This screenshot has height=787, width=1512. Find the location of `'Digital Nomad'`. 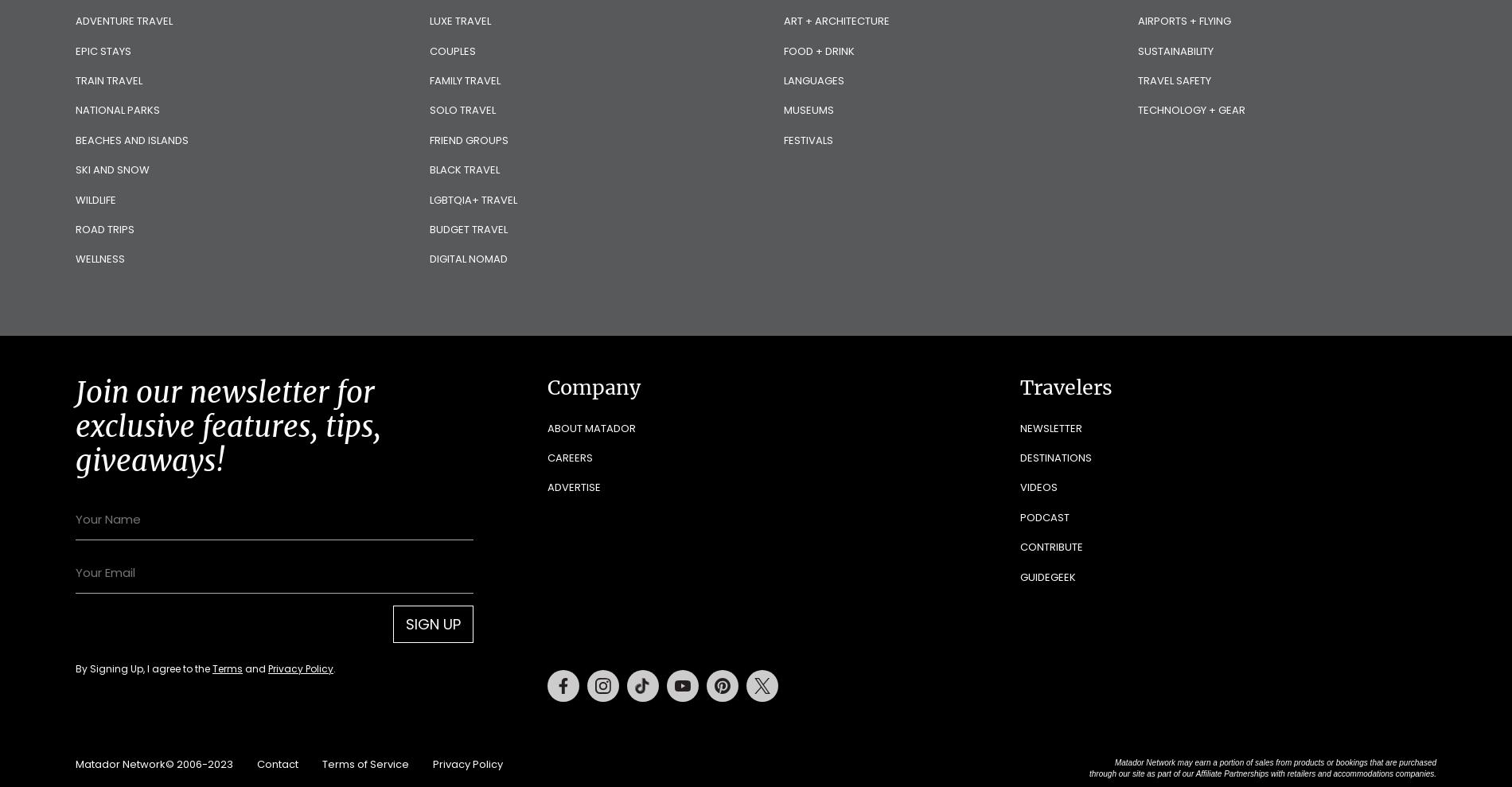

'Digital Nomad' is located at coordinates (469, 259).